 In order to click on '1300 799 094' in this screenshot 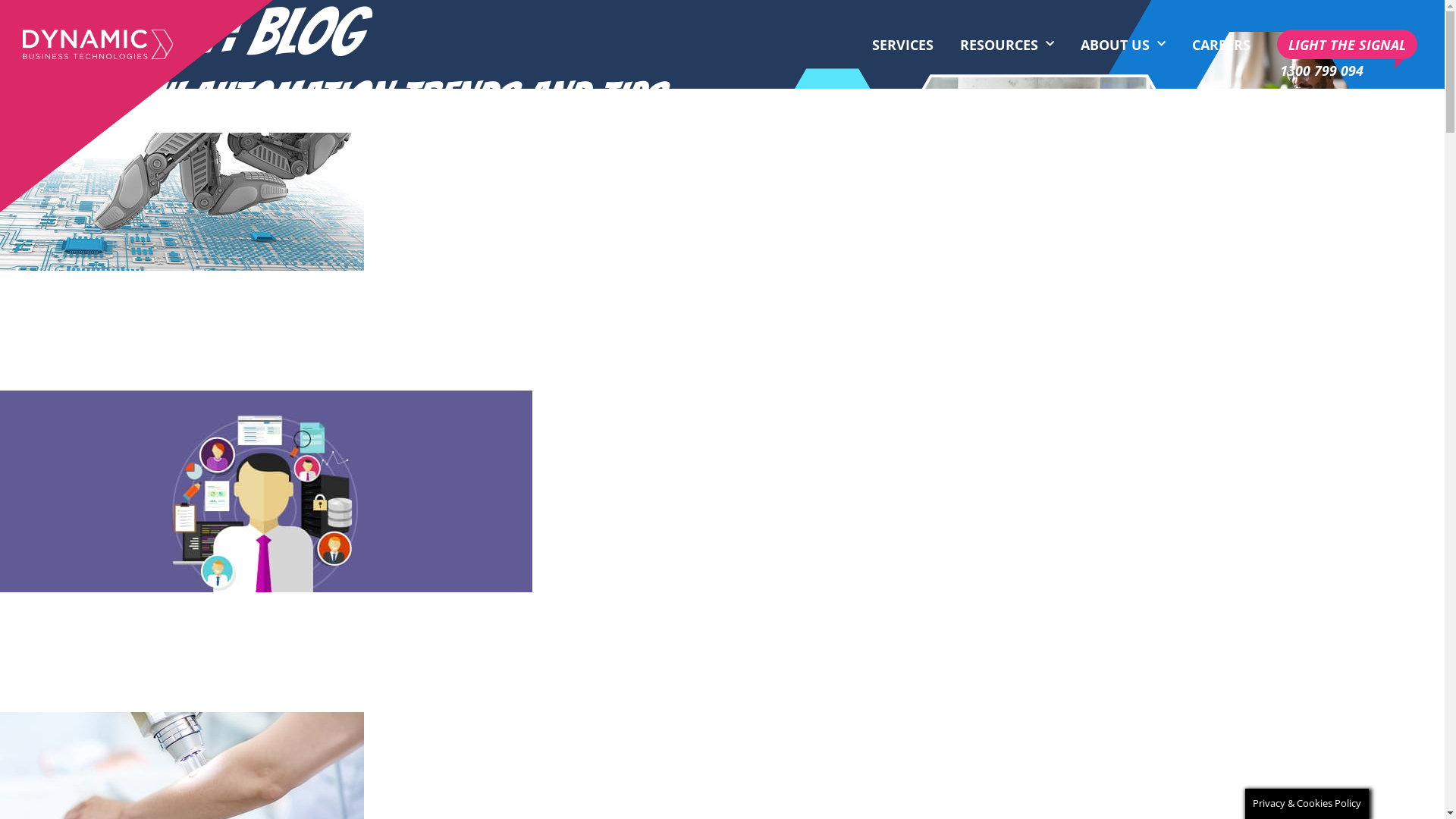, I will do `click(1320, 70)`.